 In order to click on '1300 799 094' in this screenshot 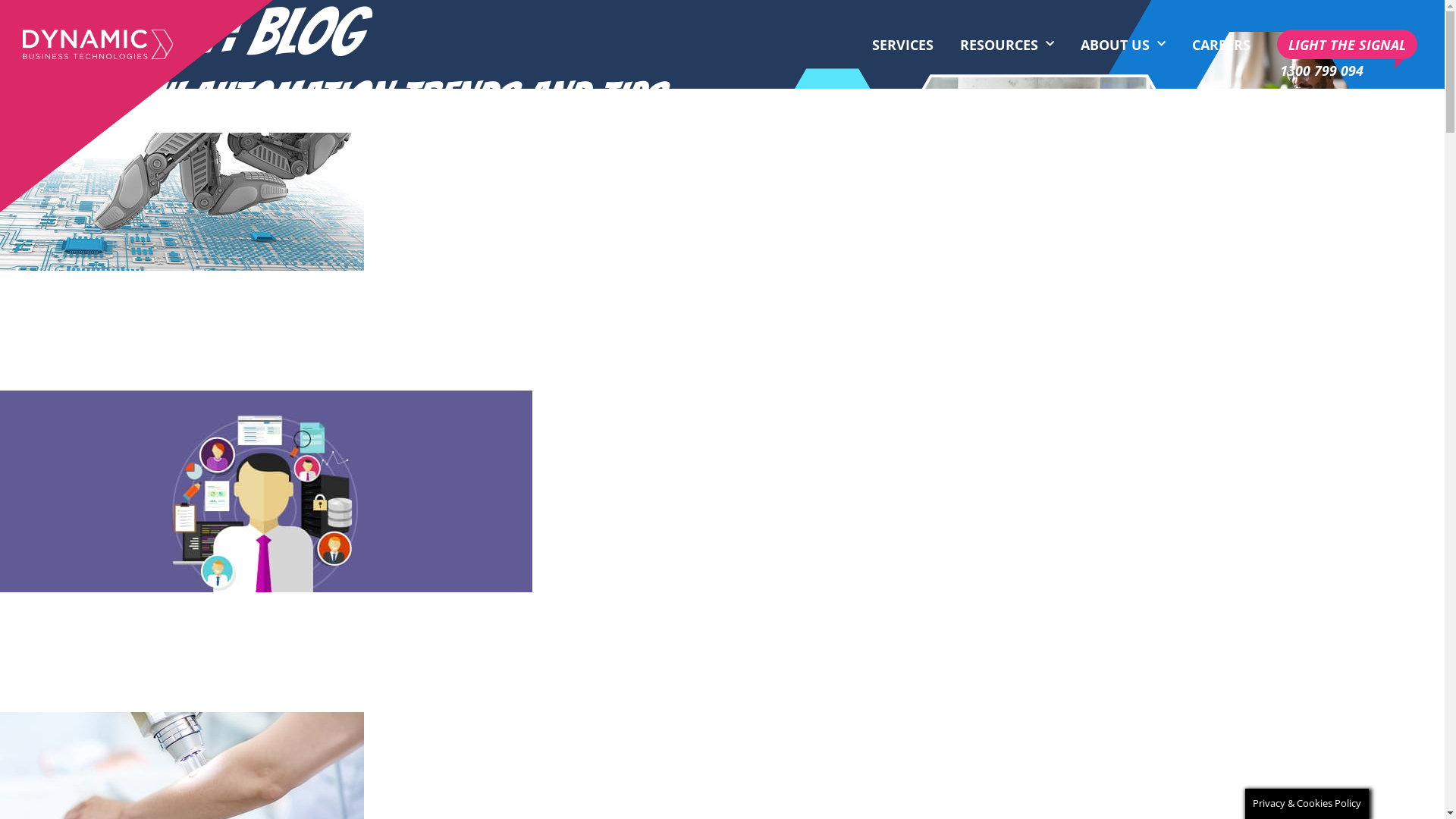, I will do `click(1320, 70)`.